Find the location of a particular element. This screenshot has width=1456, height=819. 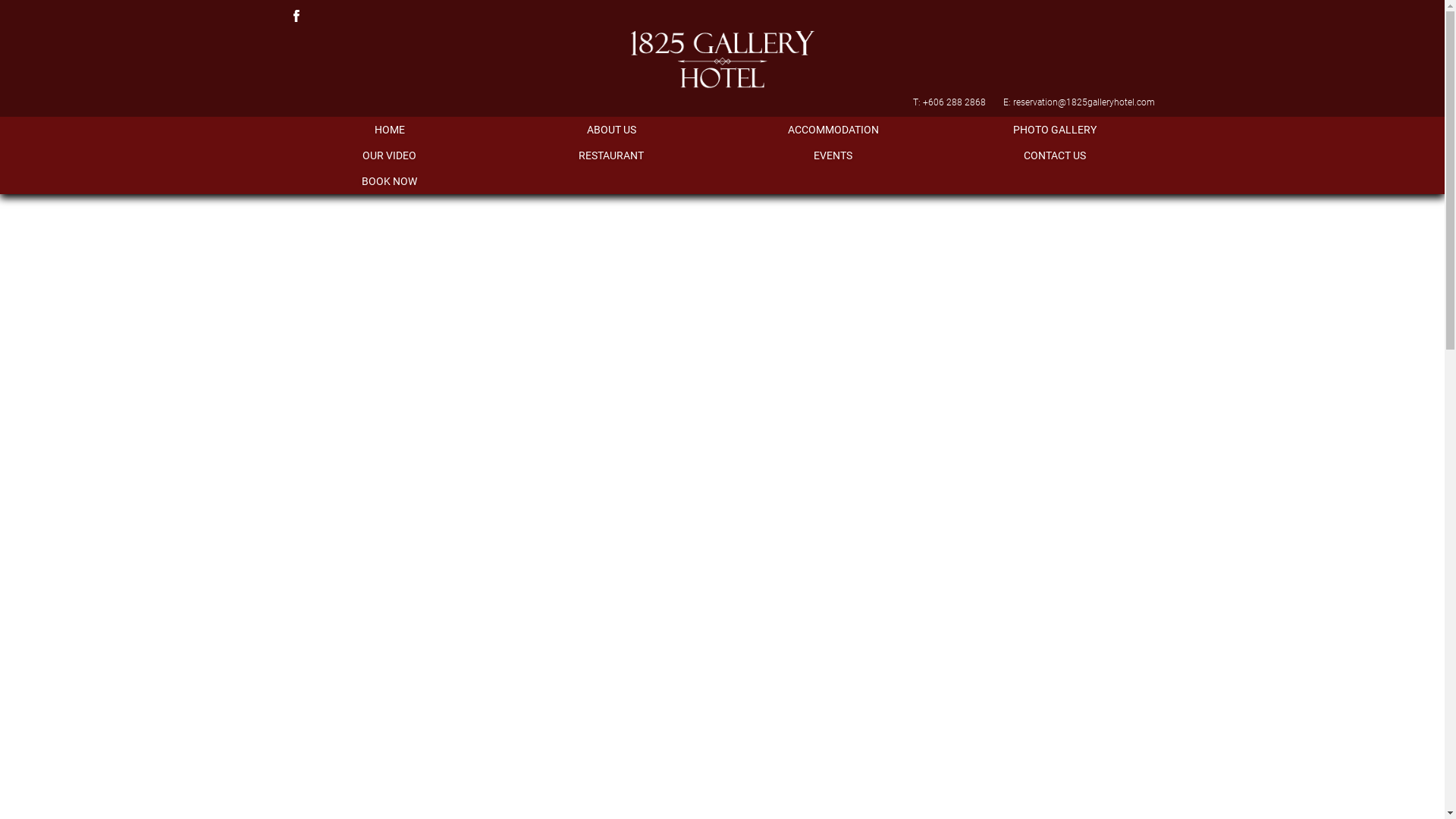

'+606 288 2868' is located at coordinates (952, 102).